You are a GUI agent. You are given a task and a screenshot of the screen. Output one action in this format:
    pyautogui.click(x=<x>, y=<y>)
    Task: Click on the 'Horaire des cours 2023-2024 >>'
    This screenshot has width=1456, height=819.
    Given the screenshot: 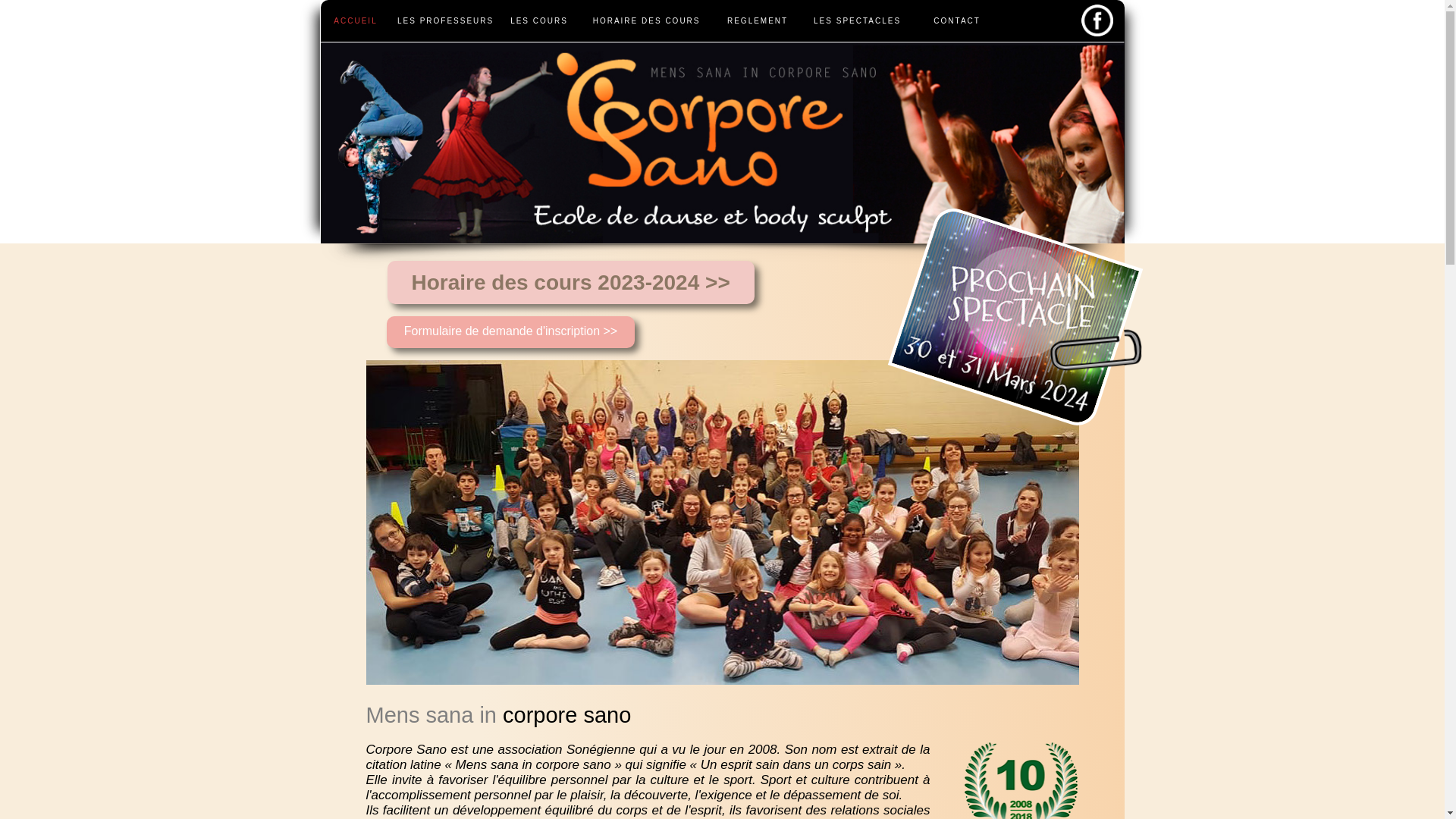 What is the action you would take?
    pyautogui.click(x=387, y=282)
    